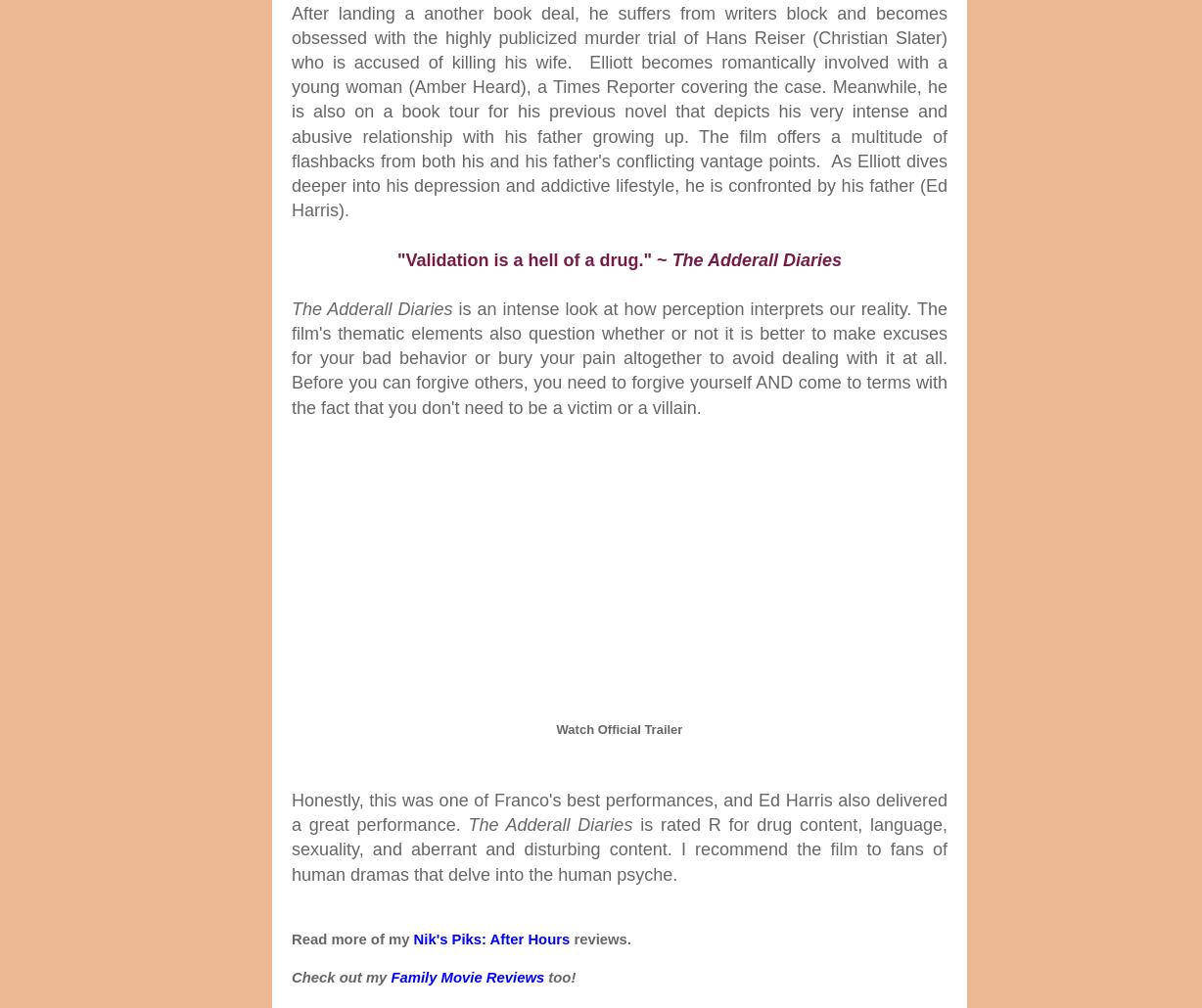 This screenshot has height=1008, width=1202. I want to click on 'Nik's Piks: After Hours', so click(490, 938).